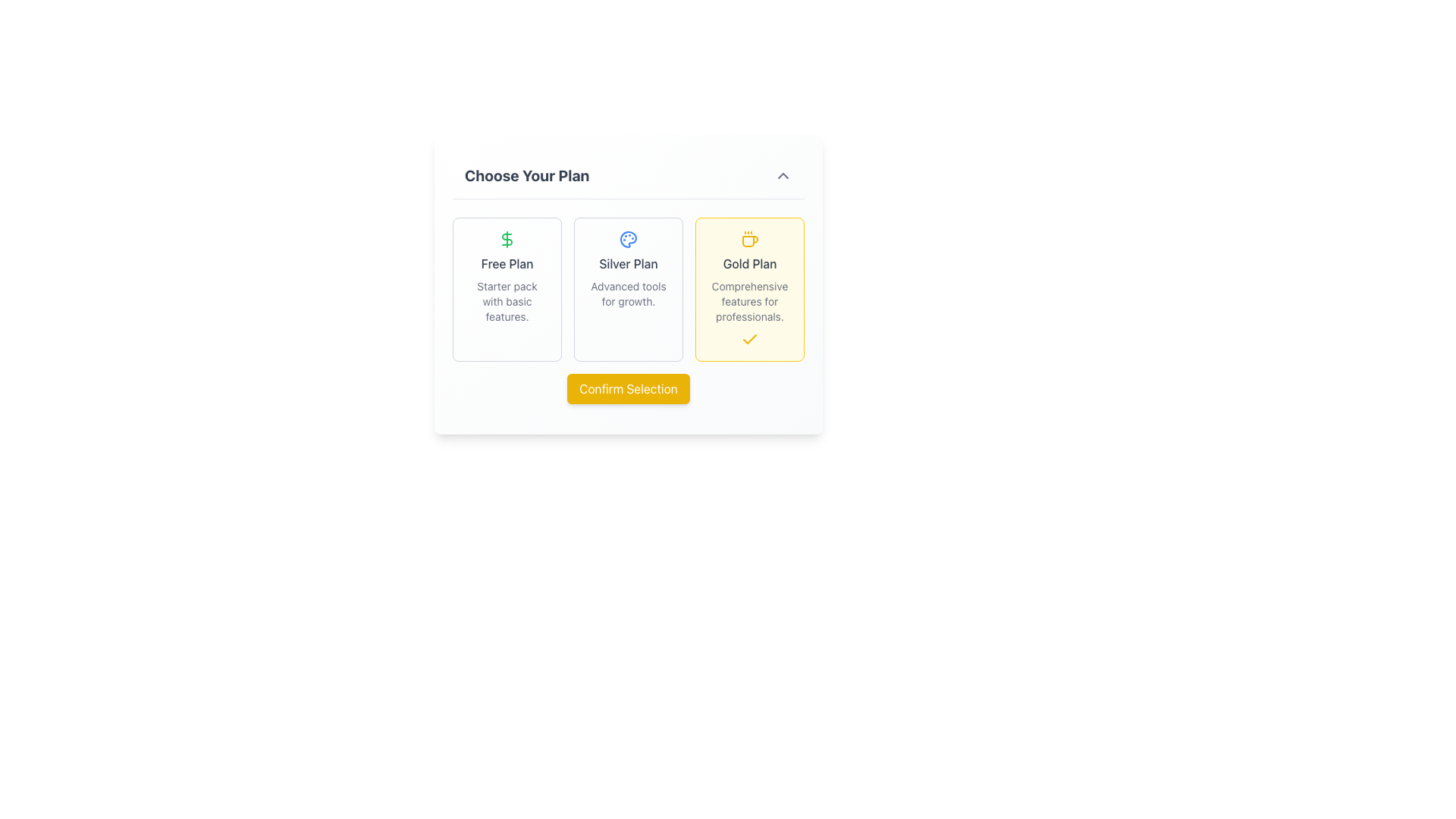 This screenshot has height=819, width=1456. Describe the element at coordinates (783, 174) in the screenshot. I see `the dropdown toggle icon located inside the 'Choose Your Plan' section` at that location.